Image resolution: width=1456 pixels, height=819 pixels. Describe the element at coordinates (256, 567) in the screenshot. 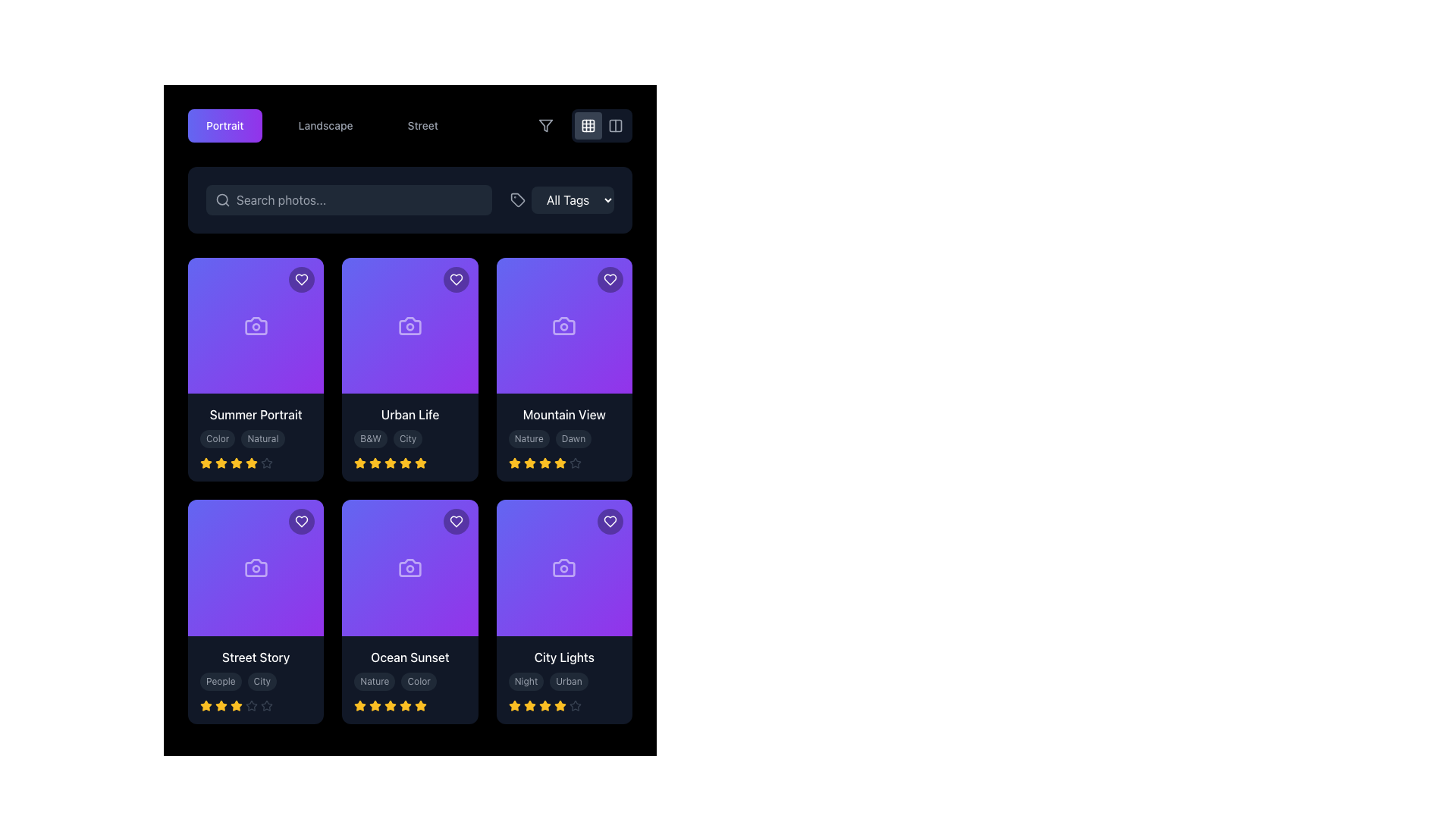

I see `the photo-related icon located in the center of the 'Street Story' card on a purple background at the bottom-left of the grid layout` at that location.